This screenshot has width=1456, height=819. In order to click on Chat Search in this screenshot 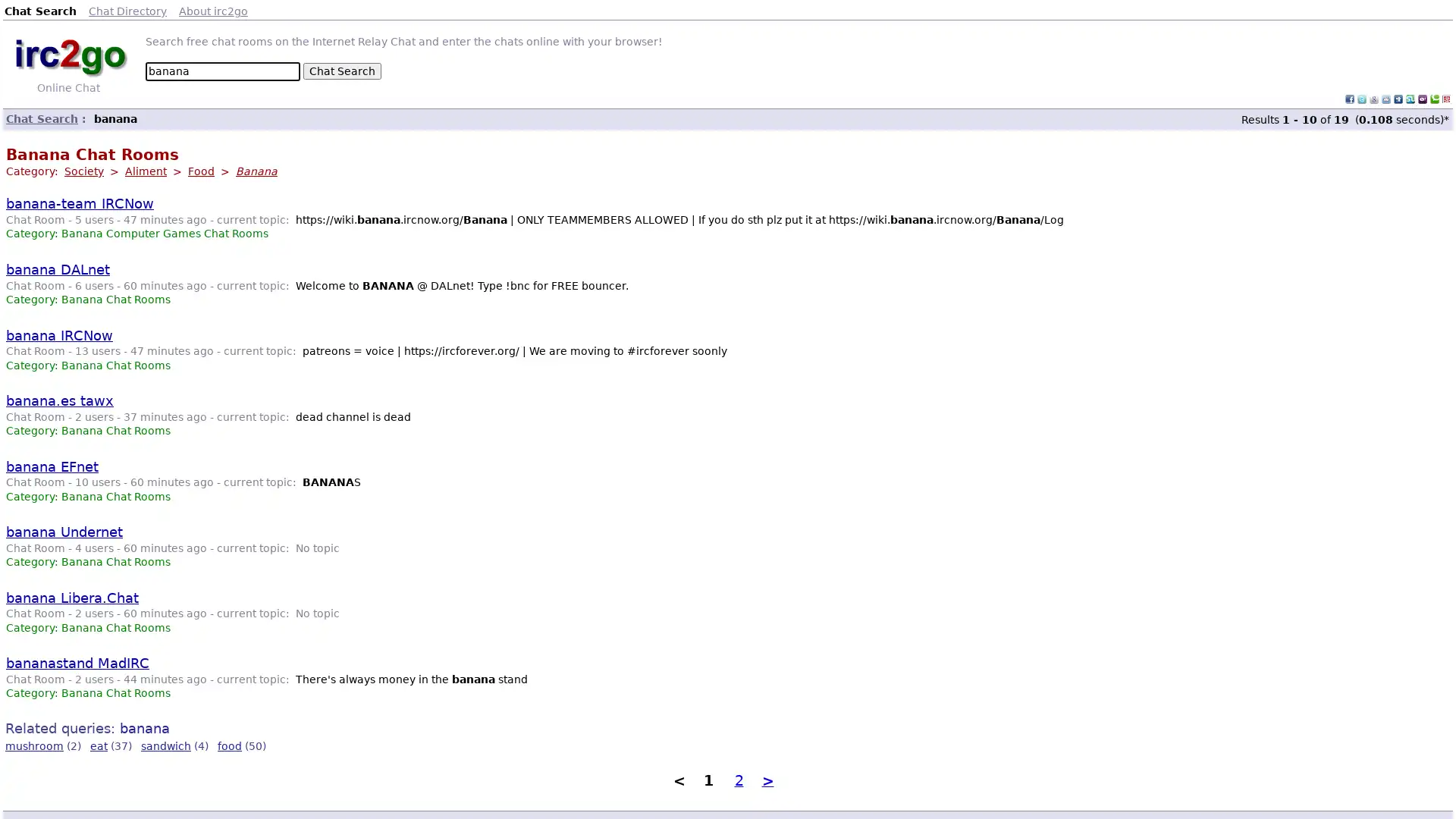, I will do `click(341, 71)`.